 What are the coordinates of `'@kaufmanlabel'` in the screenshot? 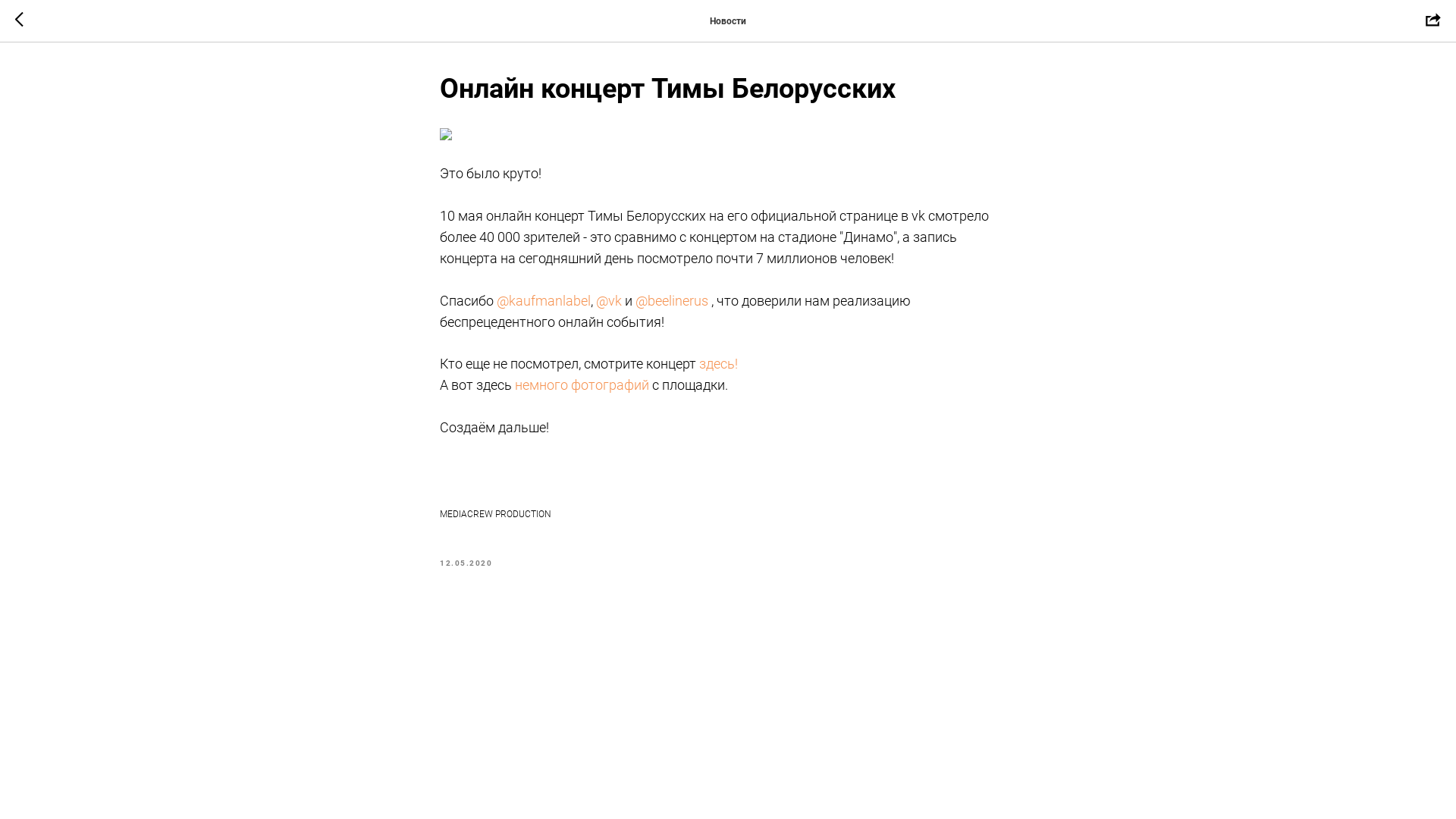 It's located at (543, 300).